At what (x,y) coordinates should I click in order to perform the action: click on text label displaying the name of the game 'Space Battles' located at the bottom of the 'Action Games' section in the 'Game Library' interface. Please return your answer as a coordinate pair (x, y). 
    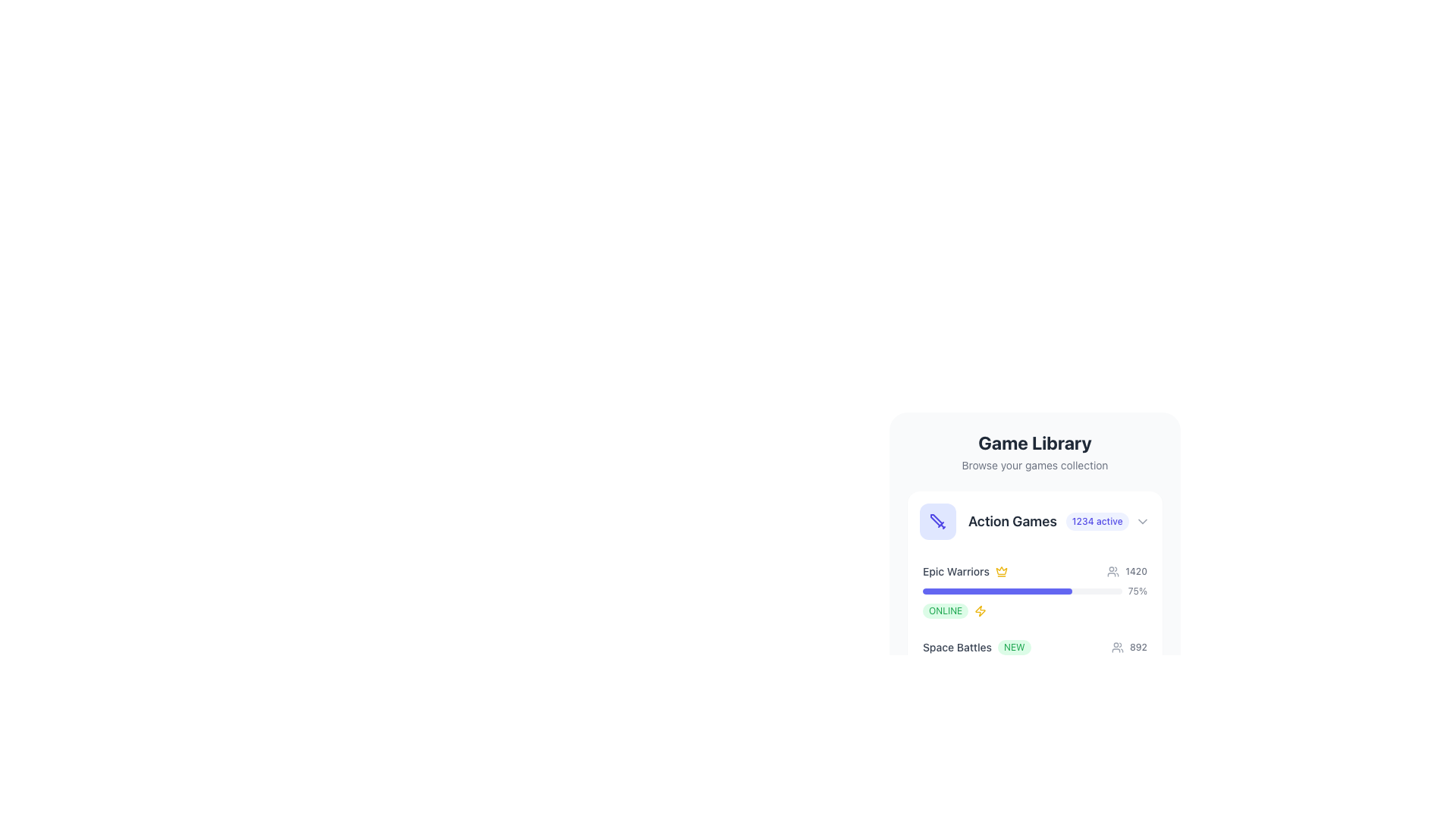
    Looking at the image, I should click on (956, 647).